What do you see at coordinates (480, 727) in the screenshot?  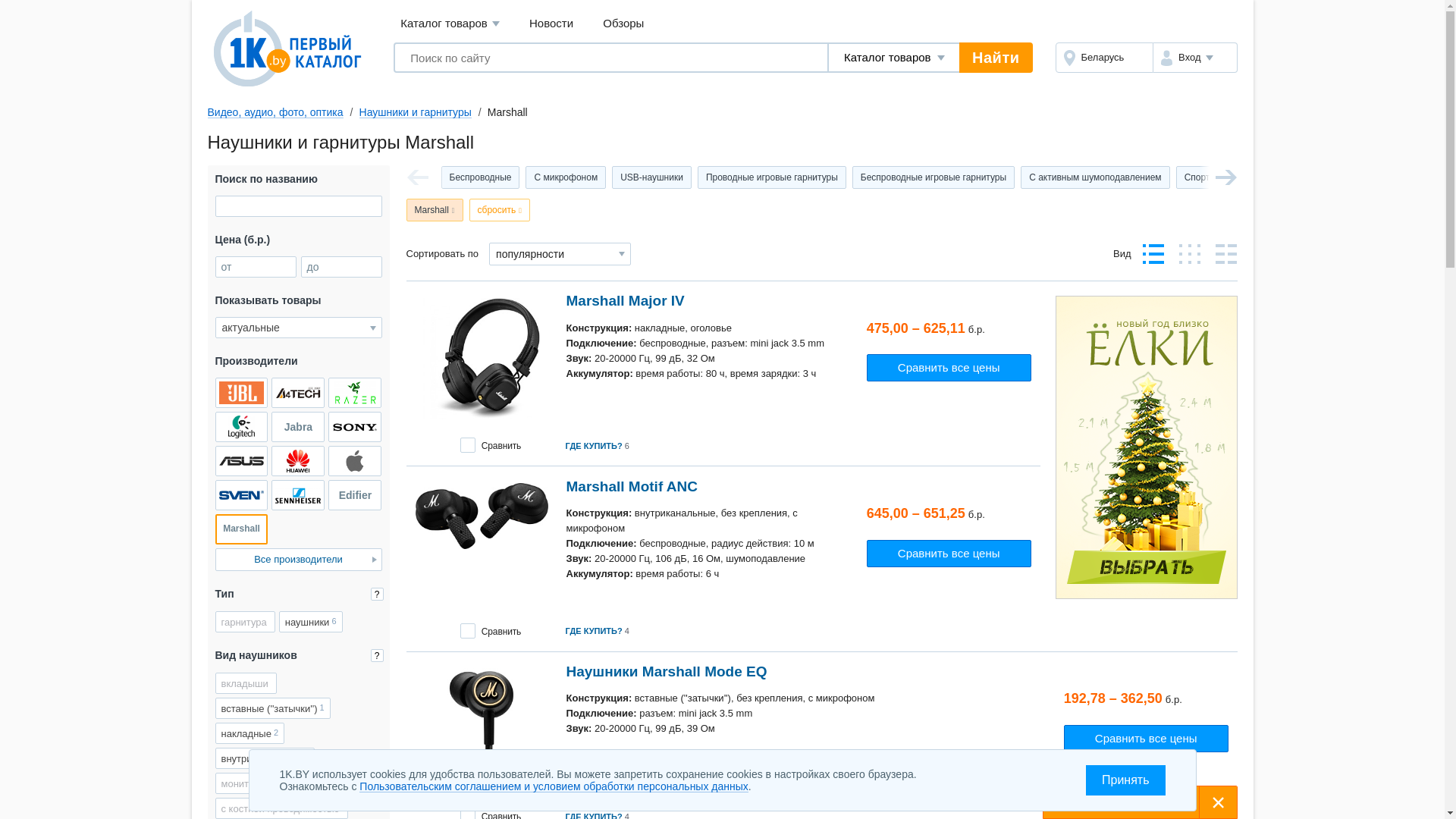 I see `'Marshall Mode EQ'` at bounding box center [480, 727].